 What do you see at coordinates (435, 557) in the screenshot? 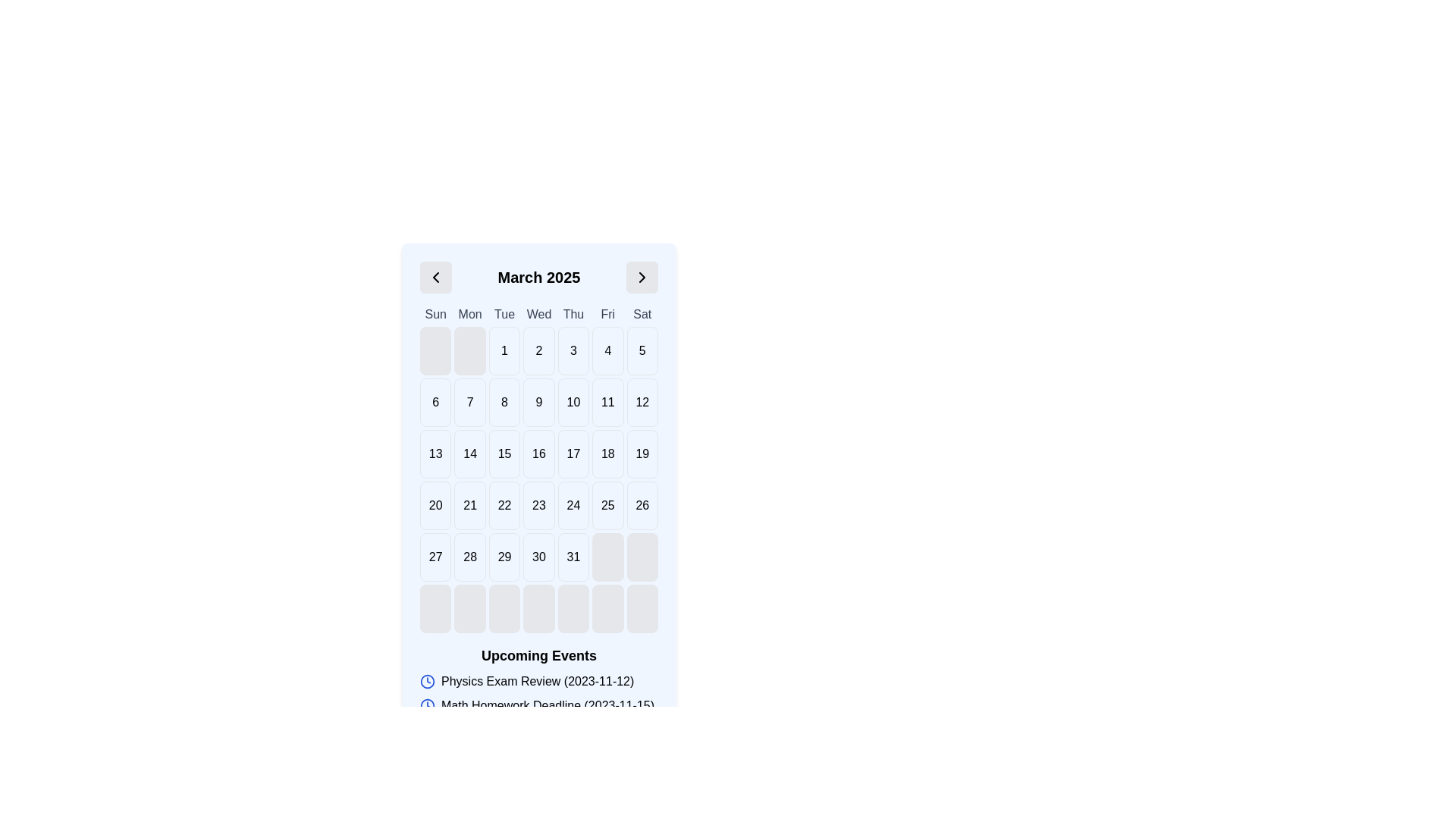
I see `the interactive calendar cell displaying the number '27' in the bottom row of the calendar grid` at bounding box center [435, 557].